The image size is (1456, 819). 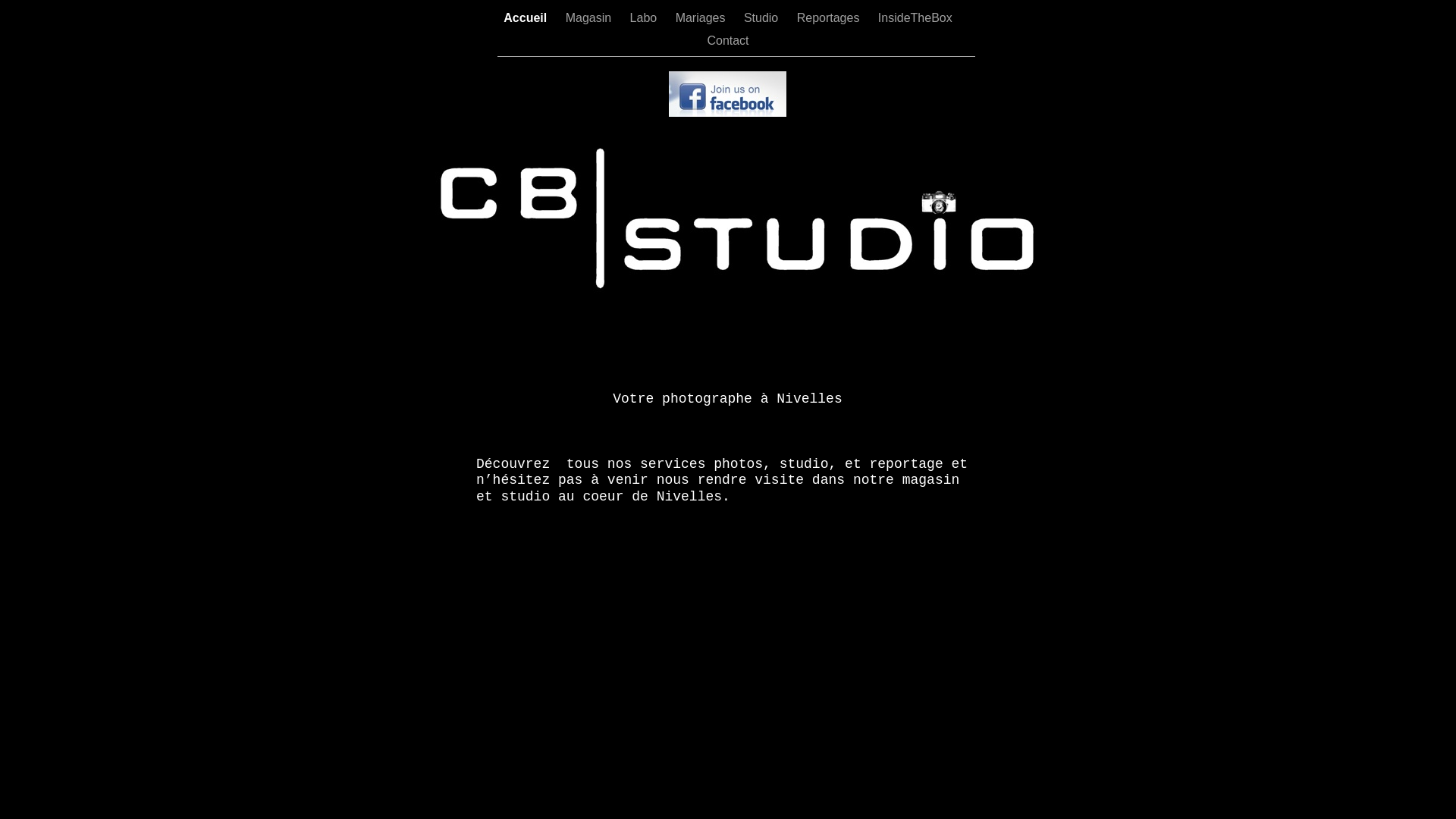 I want to click on 'Contact', so click(x=726, y=39).